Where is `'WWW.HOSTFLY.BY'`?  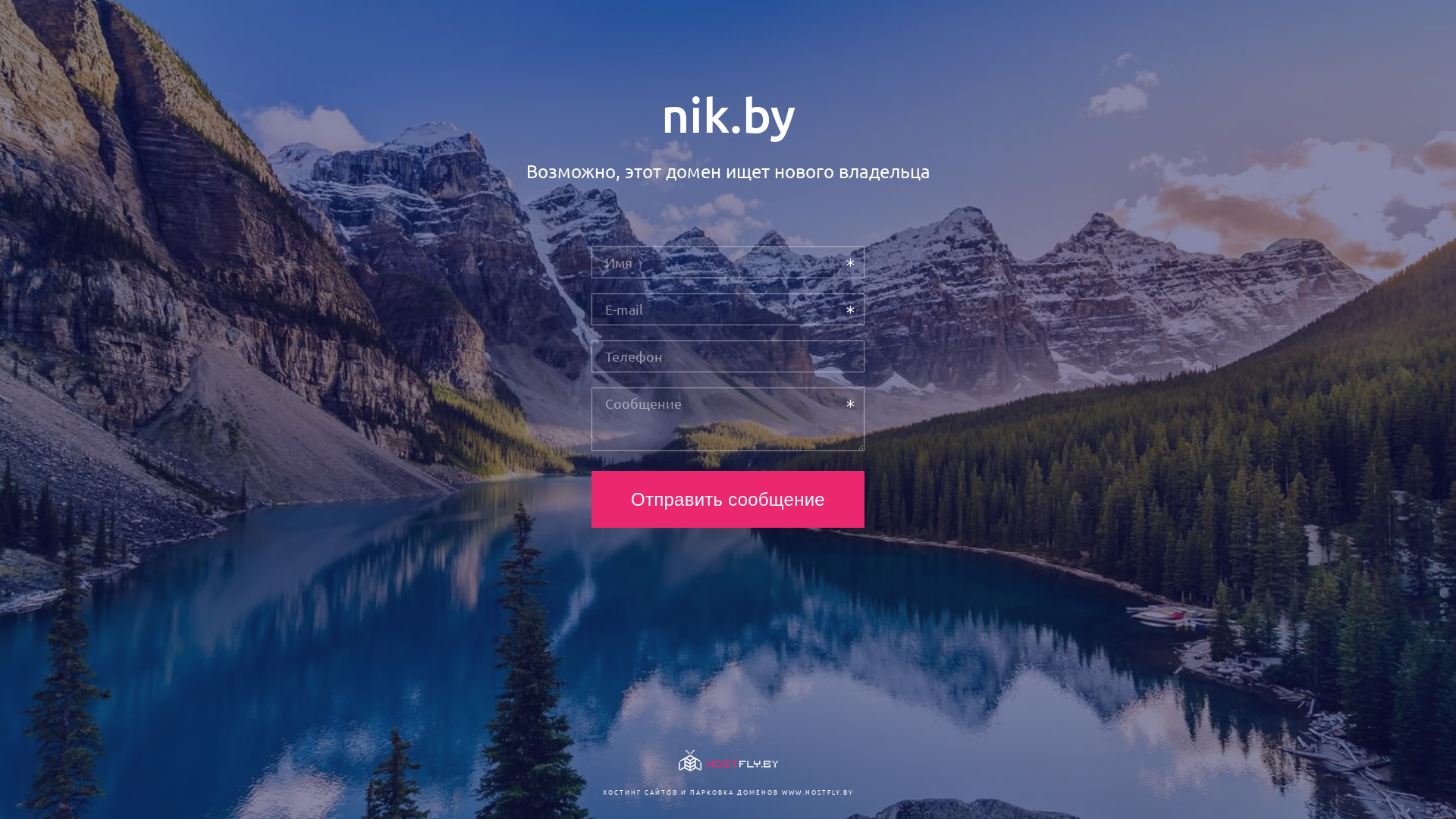
'WWW.HOSTFLY.BY' is located at coordinates (781, 791).